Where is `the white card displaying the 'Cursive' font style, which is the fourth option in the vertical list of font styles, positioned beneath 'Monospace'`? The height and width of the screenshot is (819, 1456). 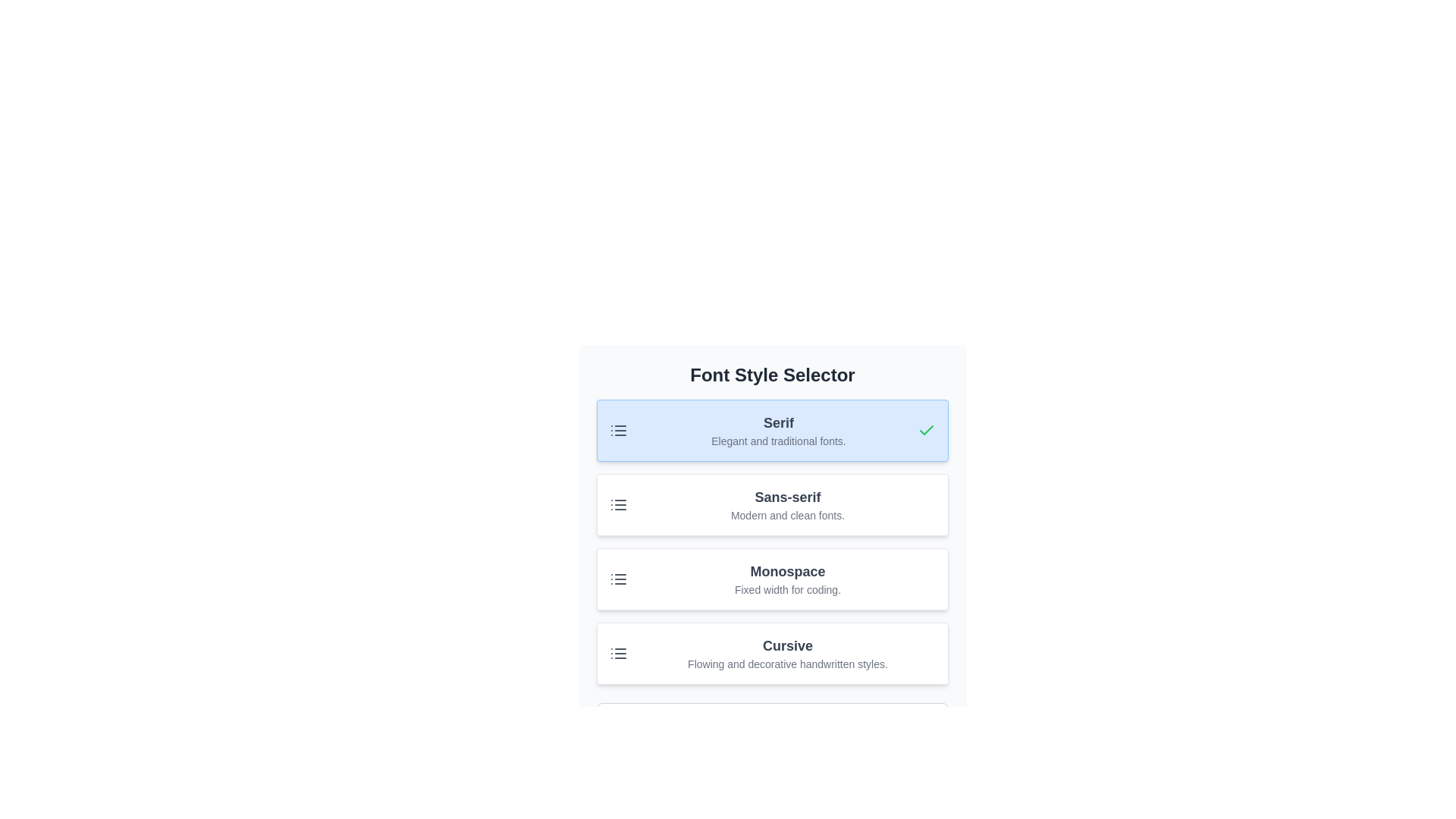 the white card displaying the 'Cursive' font style, which is the fourth option in the vertical list of font styles, positioned beneath 'Monospace' is located at coordinates (787, 652).